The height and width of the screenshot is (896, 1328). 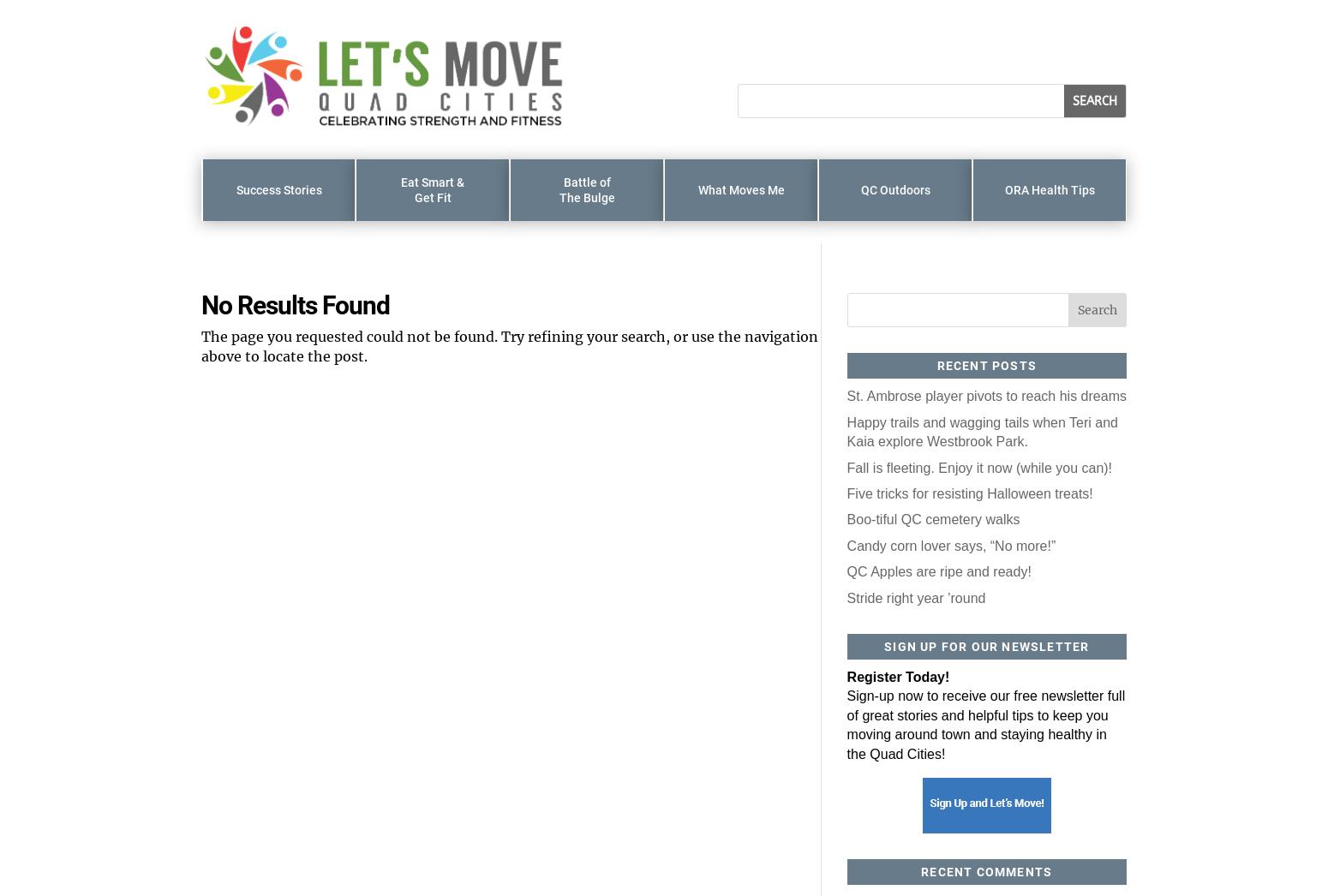 What do you see at coordinates (585, 196) in the screenshot?
I see `'The Bulge'` at bounding box center [585, 196].